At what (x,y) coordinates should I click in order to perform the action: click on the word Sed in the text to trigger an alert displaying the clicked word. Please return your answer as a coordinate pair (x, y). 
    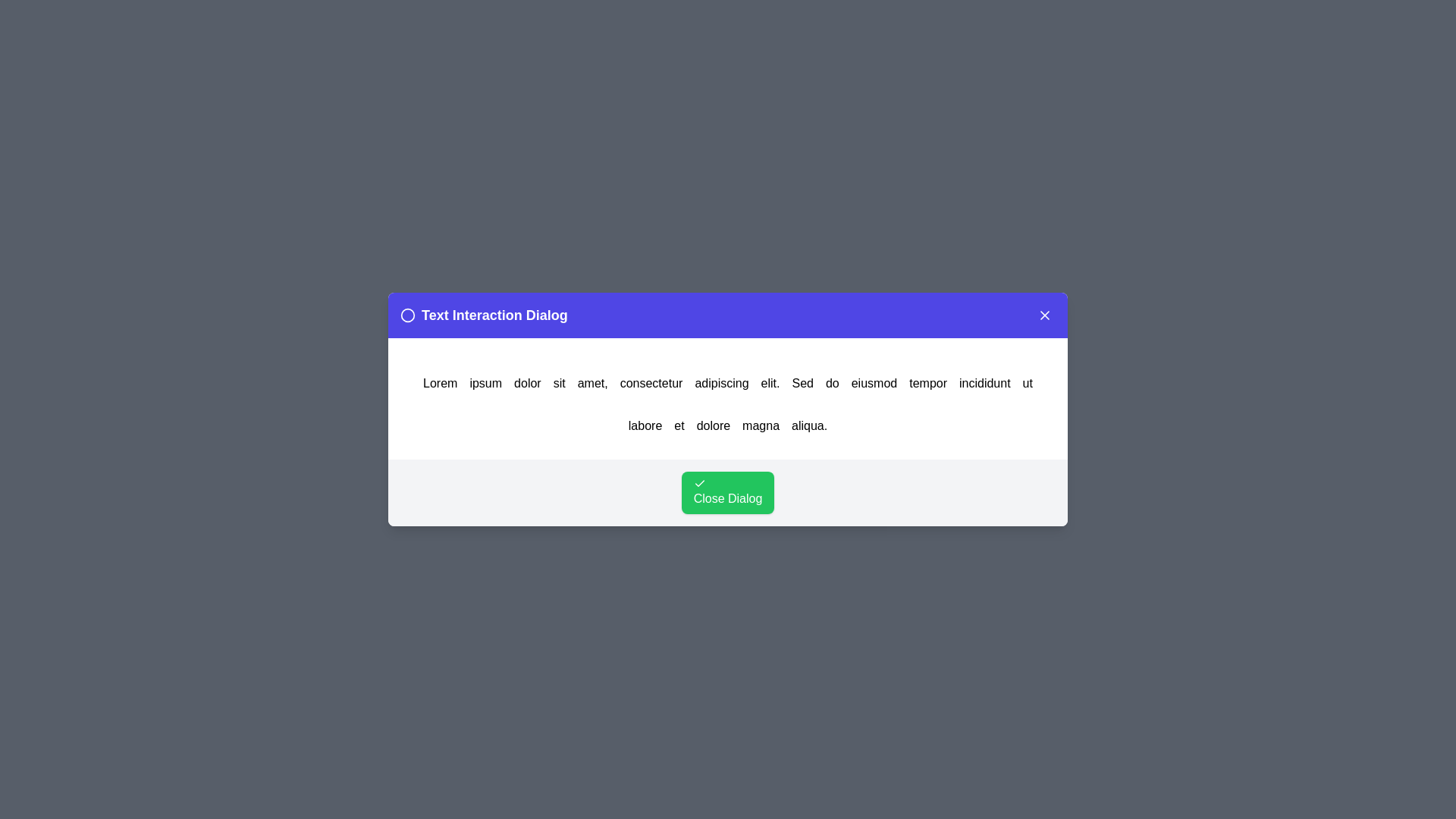
    Looking at the image, I should click on (801, 382).